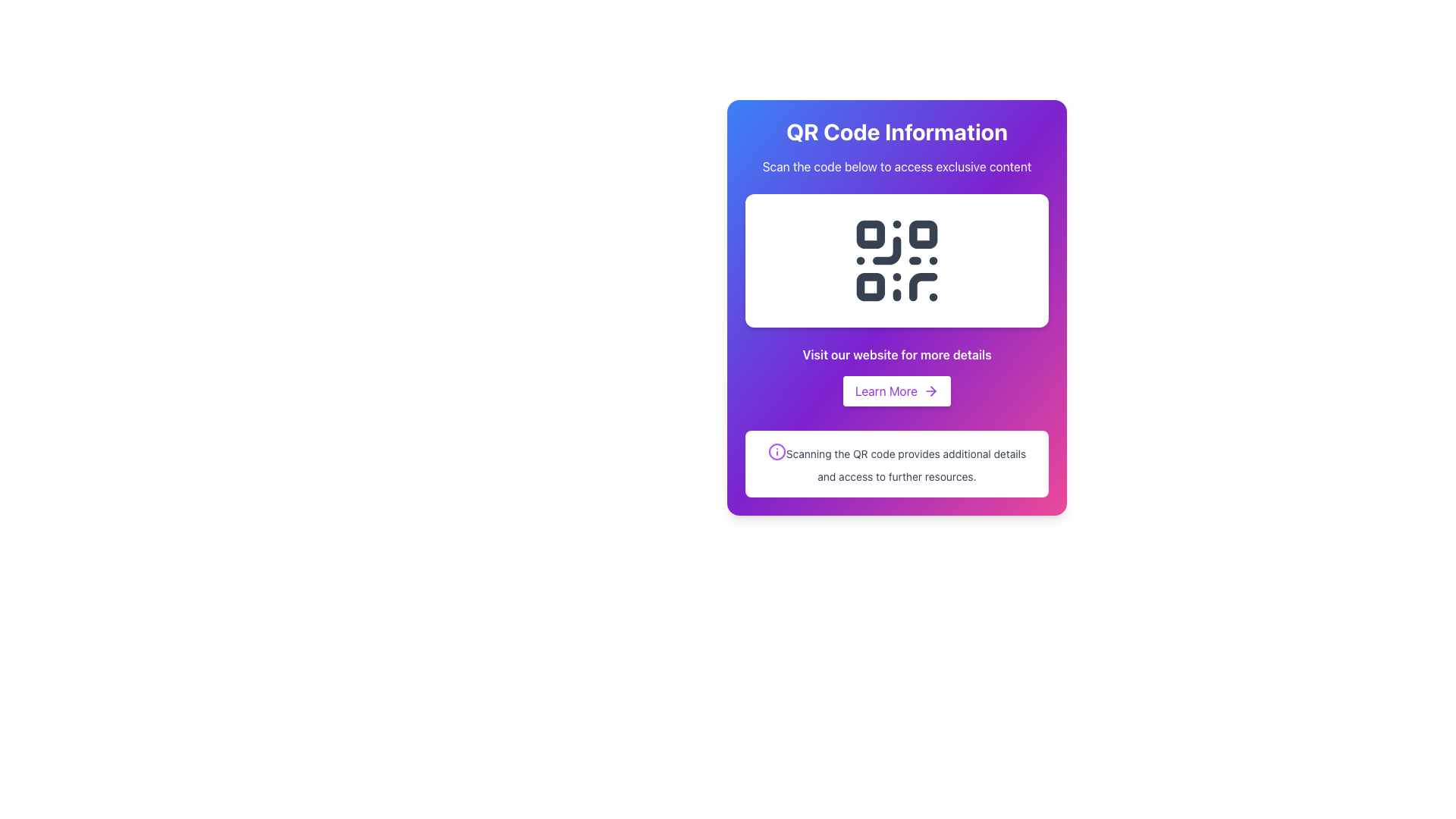 The height and width of the screenshot is (819, 1456). I want to click on the button in the composite element that provides additional information and a pathway to learn more, positioned below the QR code in the card structure, so click(896, 375).